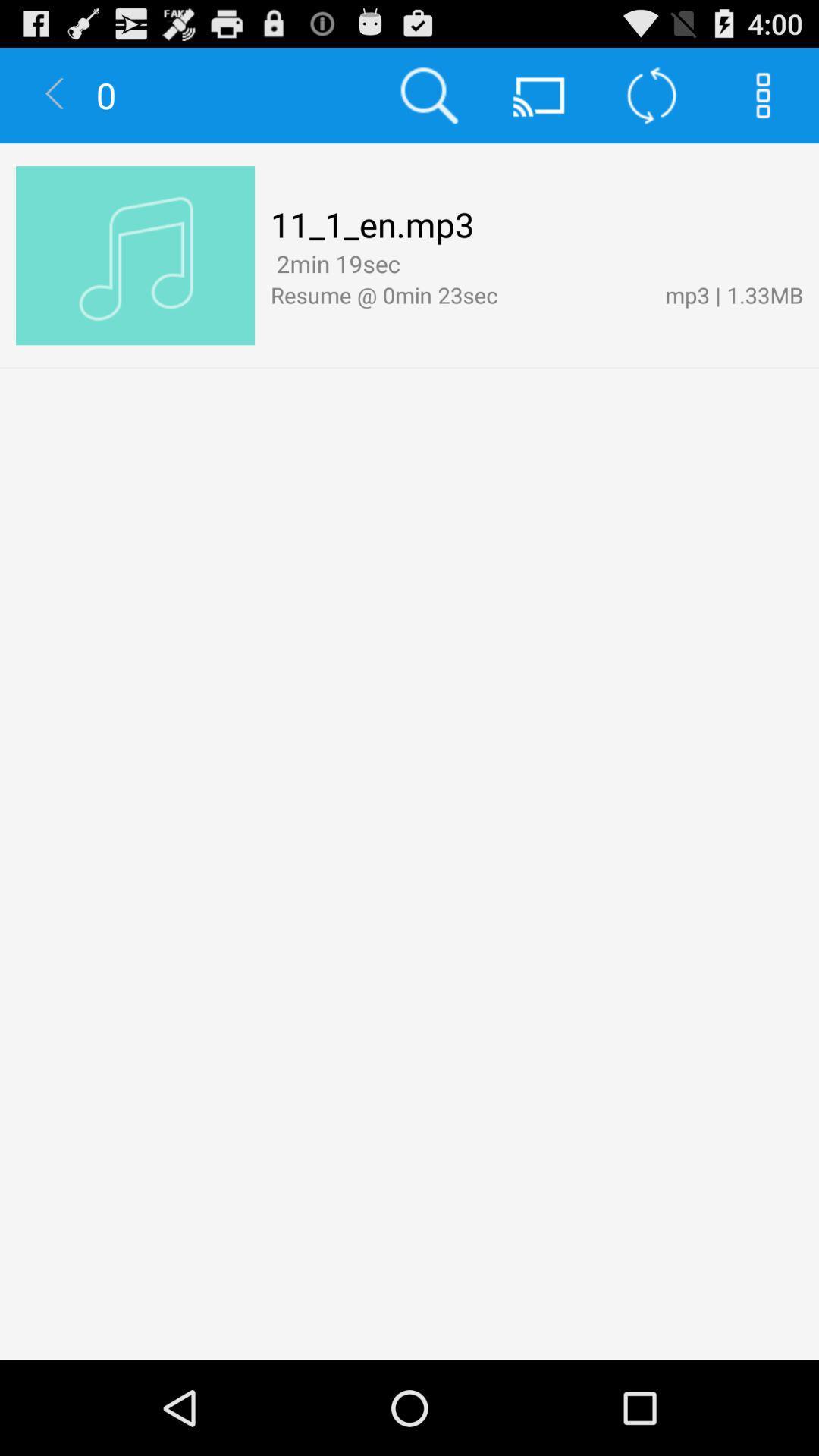  I want to click on the menu icon on the top right side, so click(763, 94).